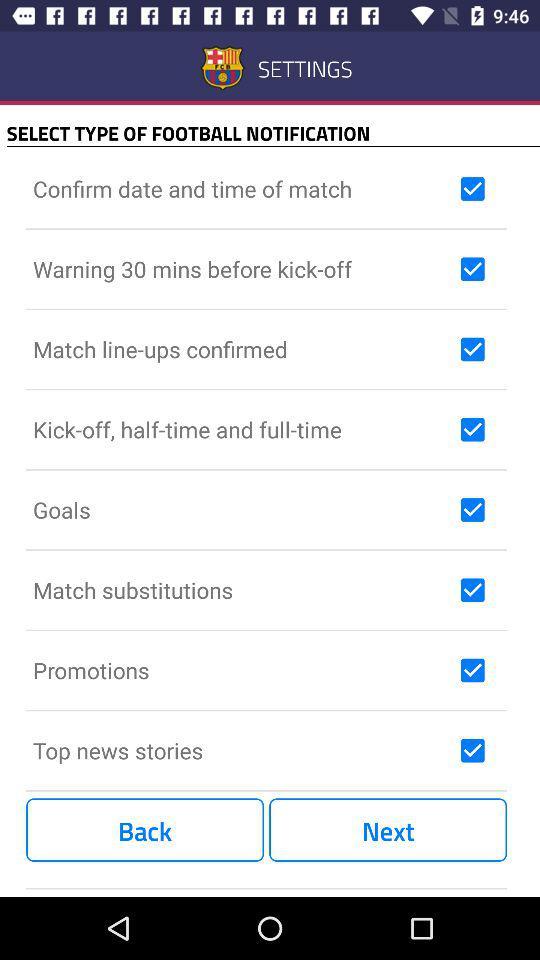 The width and height of the screenshot is (540, 960). Describe the element at coordinates (272, 131) in the screenshot. I see `select type of icon` at that location.